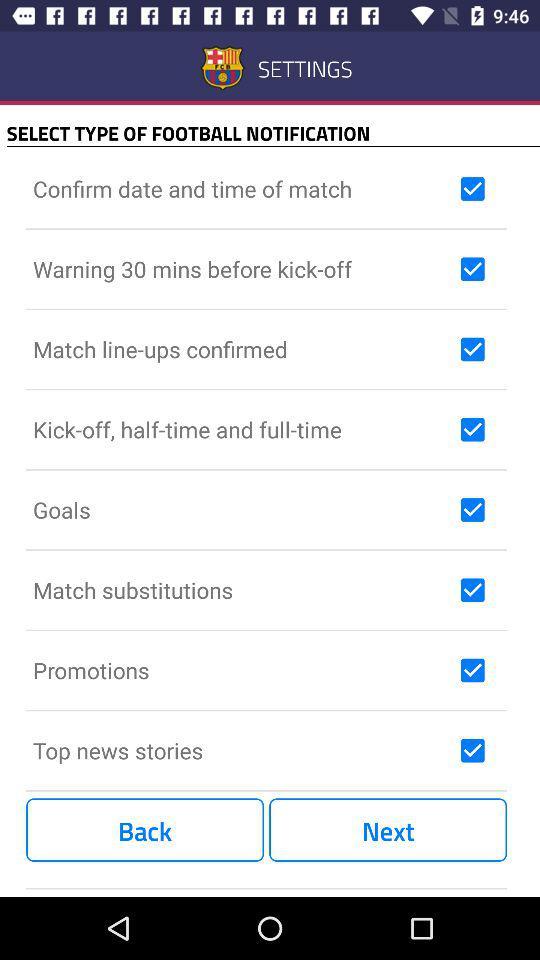 The width and height of the screenshot is (540, 960). Describe the element at coordinates (272, 131) in the screenshot. I see `select type of icon` at that location.